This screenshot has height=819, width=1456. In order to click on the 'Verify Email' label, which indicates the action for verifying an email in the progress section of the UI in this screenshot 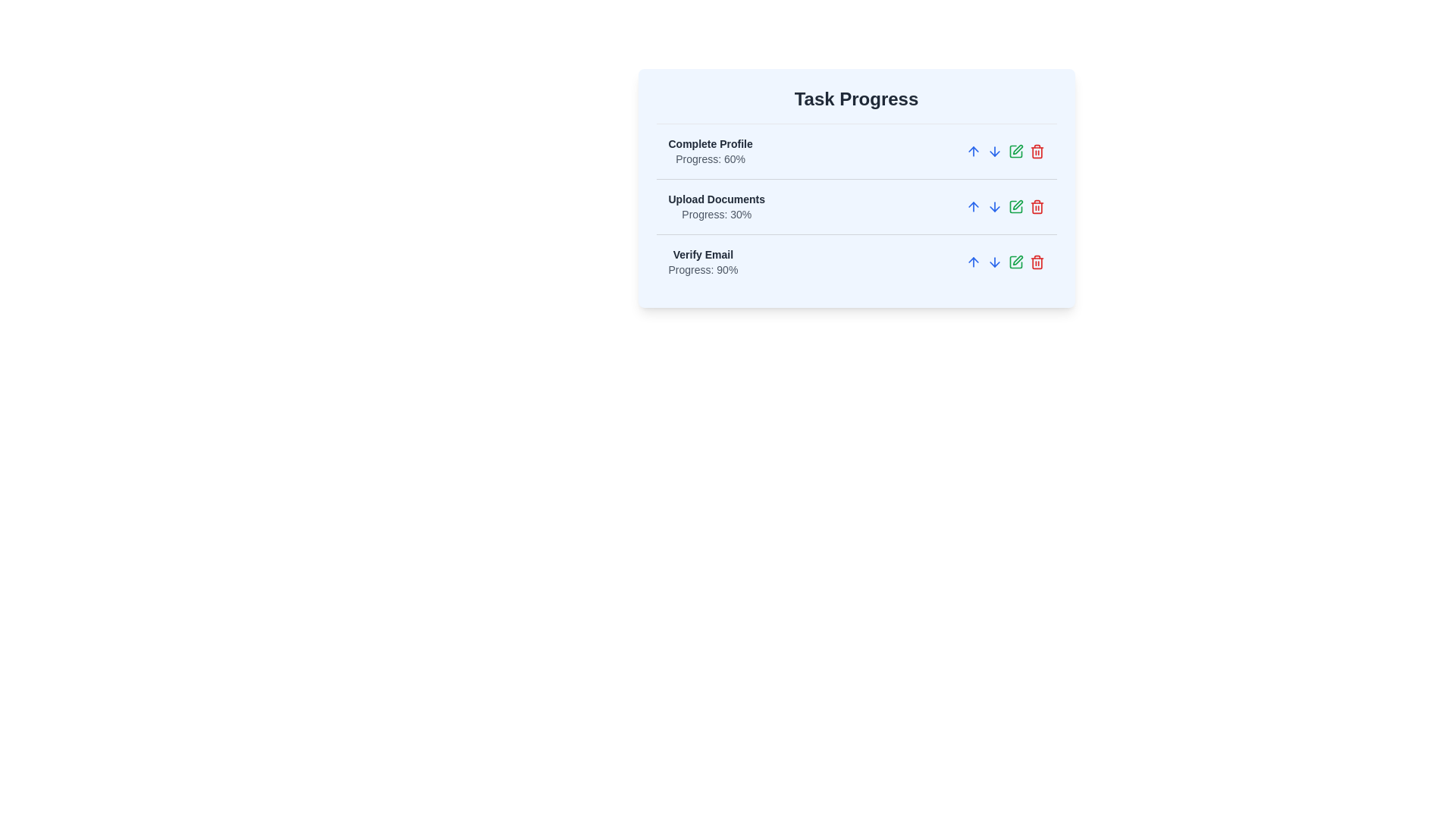, I will do `click(702, 253)`.